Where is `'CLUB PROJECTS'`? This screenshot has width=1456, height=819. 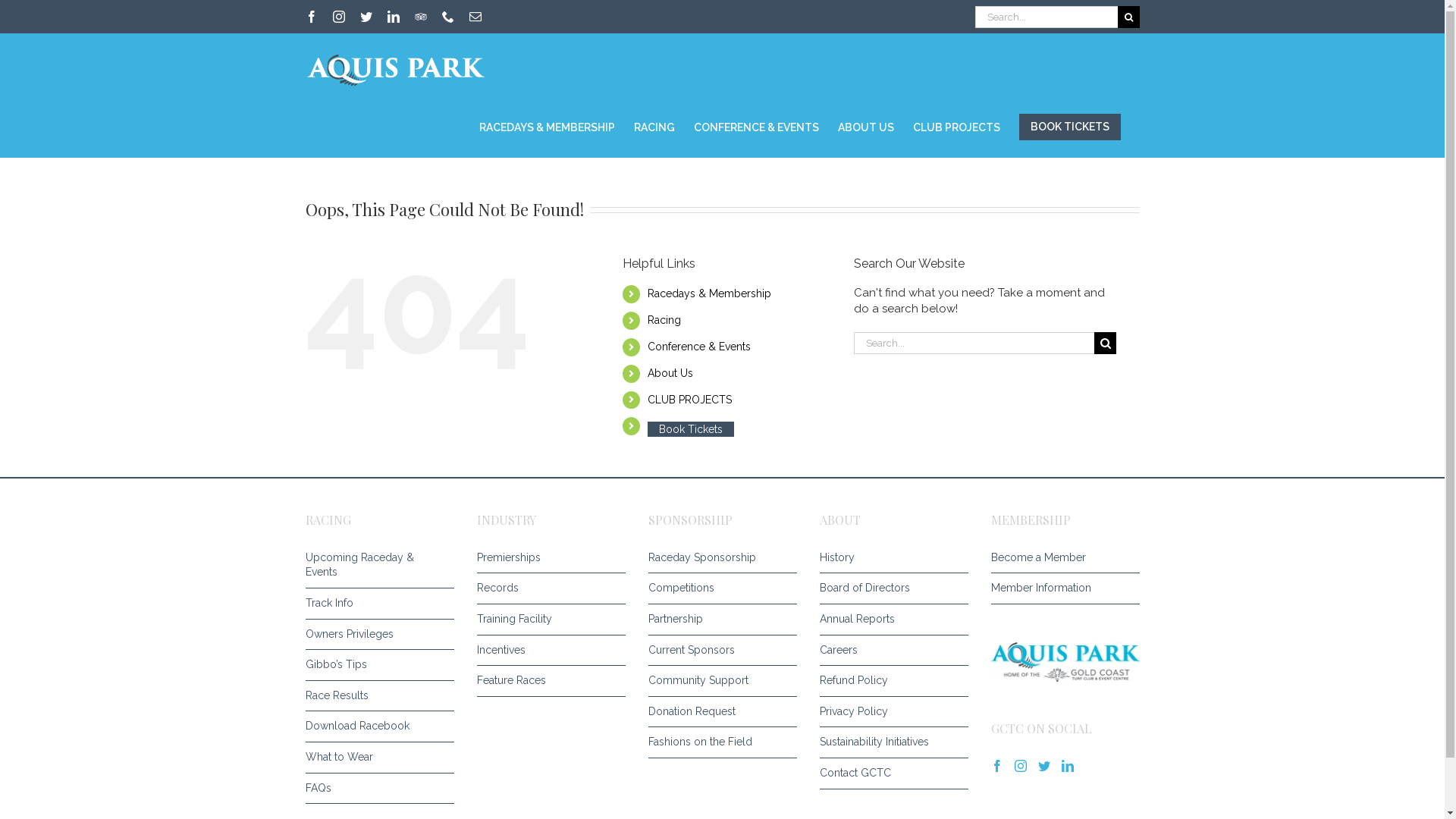
'CLUB PROJECTS' is located at coordinates (689, 399).